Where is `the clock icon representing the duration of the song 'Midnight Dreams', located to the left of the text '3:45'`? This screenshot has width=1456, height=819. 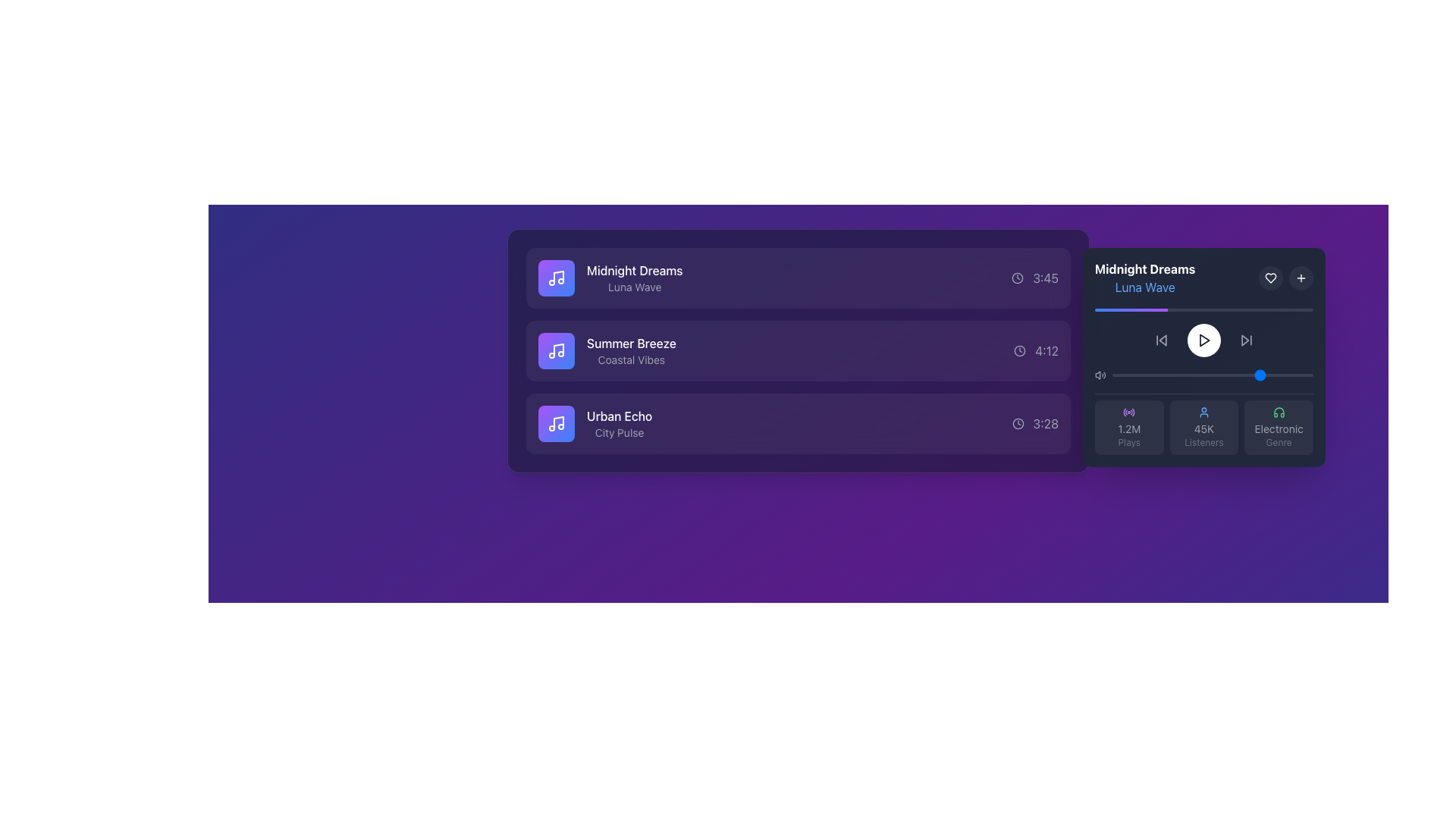
the clock icon representing the duration of the song 'Midnight Dreams', located to the left of the text '3:45' is located at coordinates (1018, 278).